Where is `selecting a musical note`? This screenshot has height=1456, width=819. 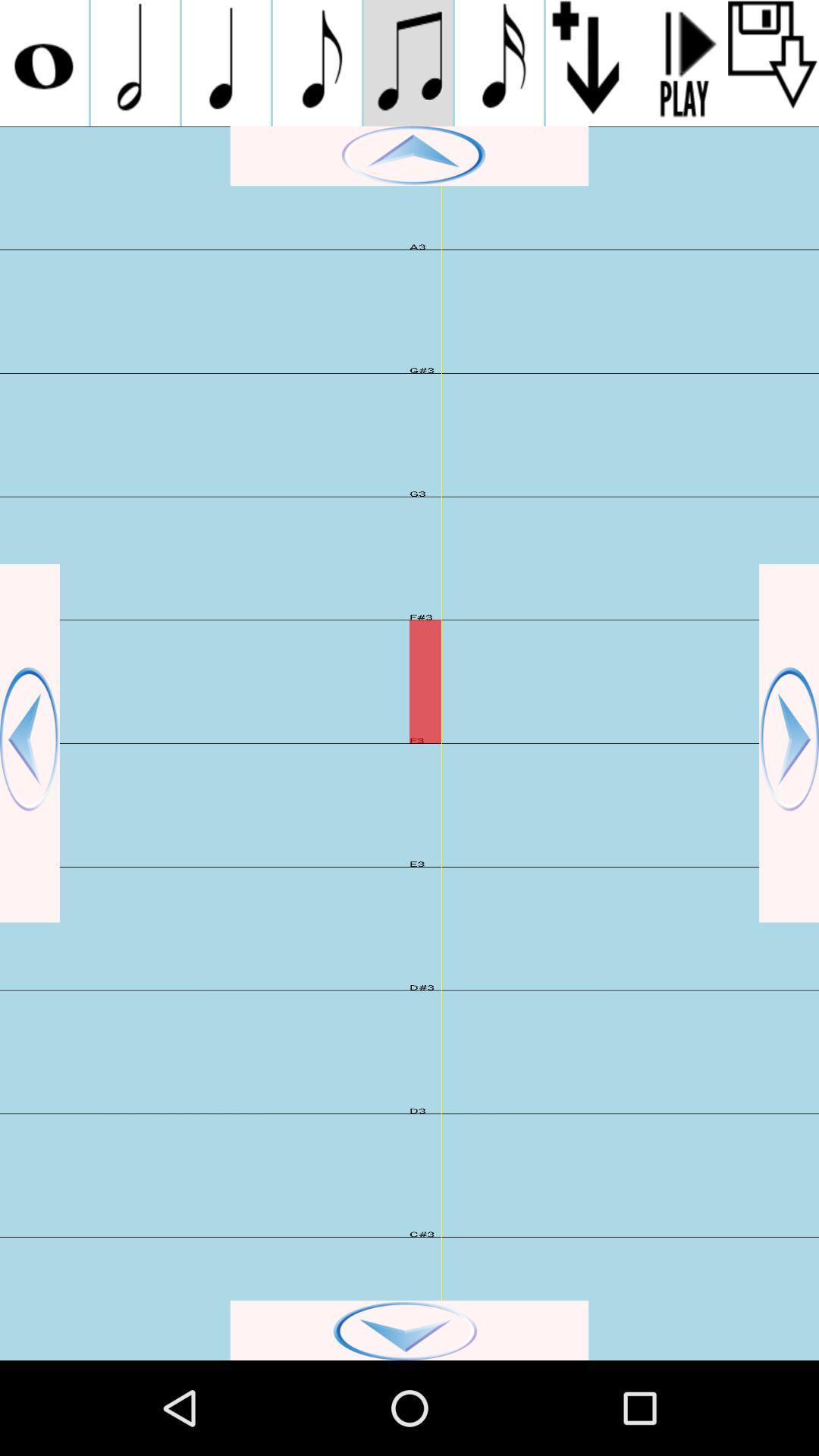
selecting a musical note is located at coordinates (316, 62).